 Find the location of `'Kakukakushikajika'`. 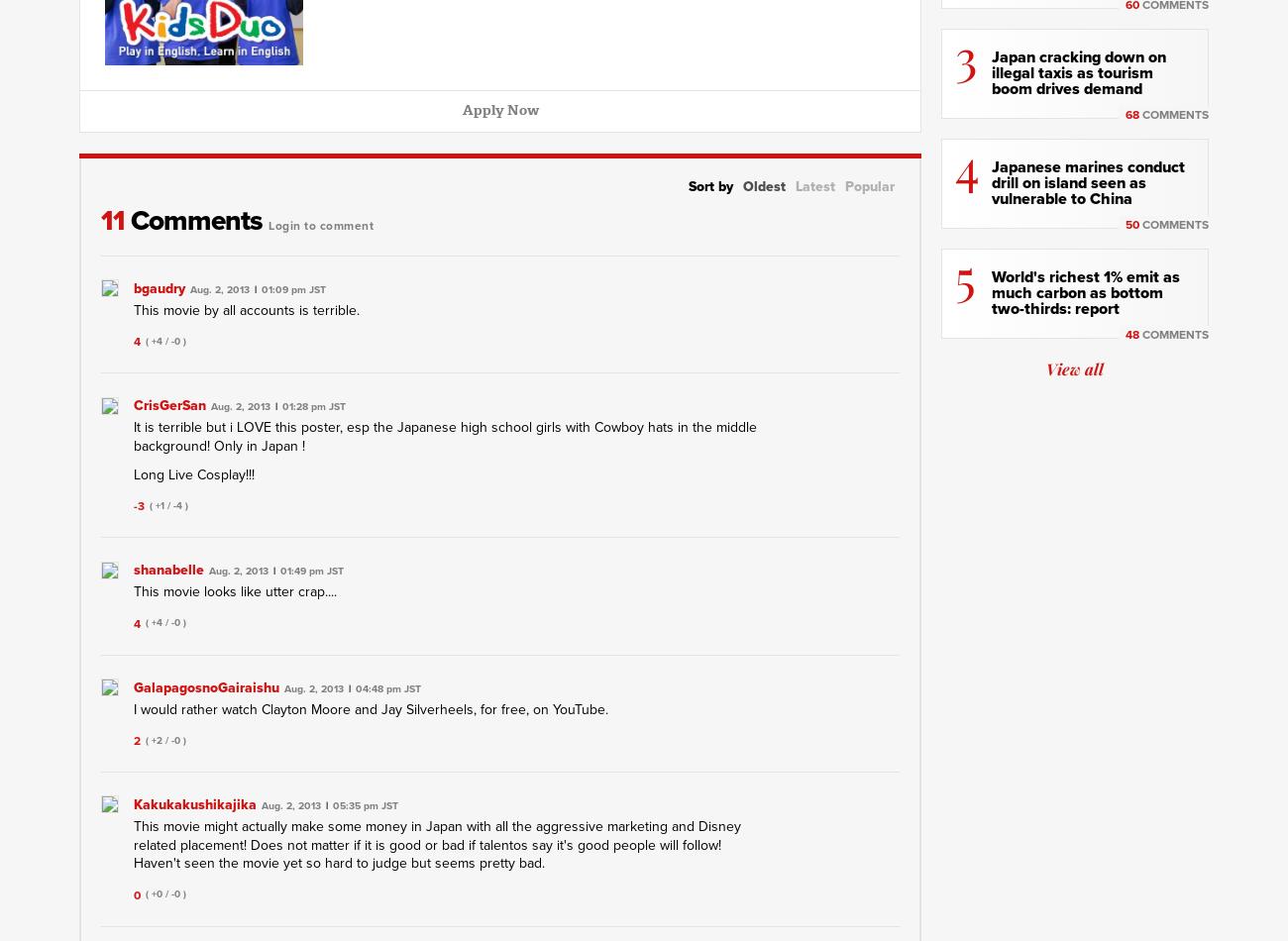

'Kakukakushikajika' is located at coordinates (194, 803).